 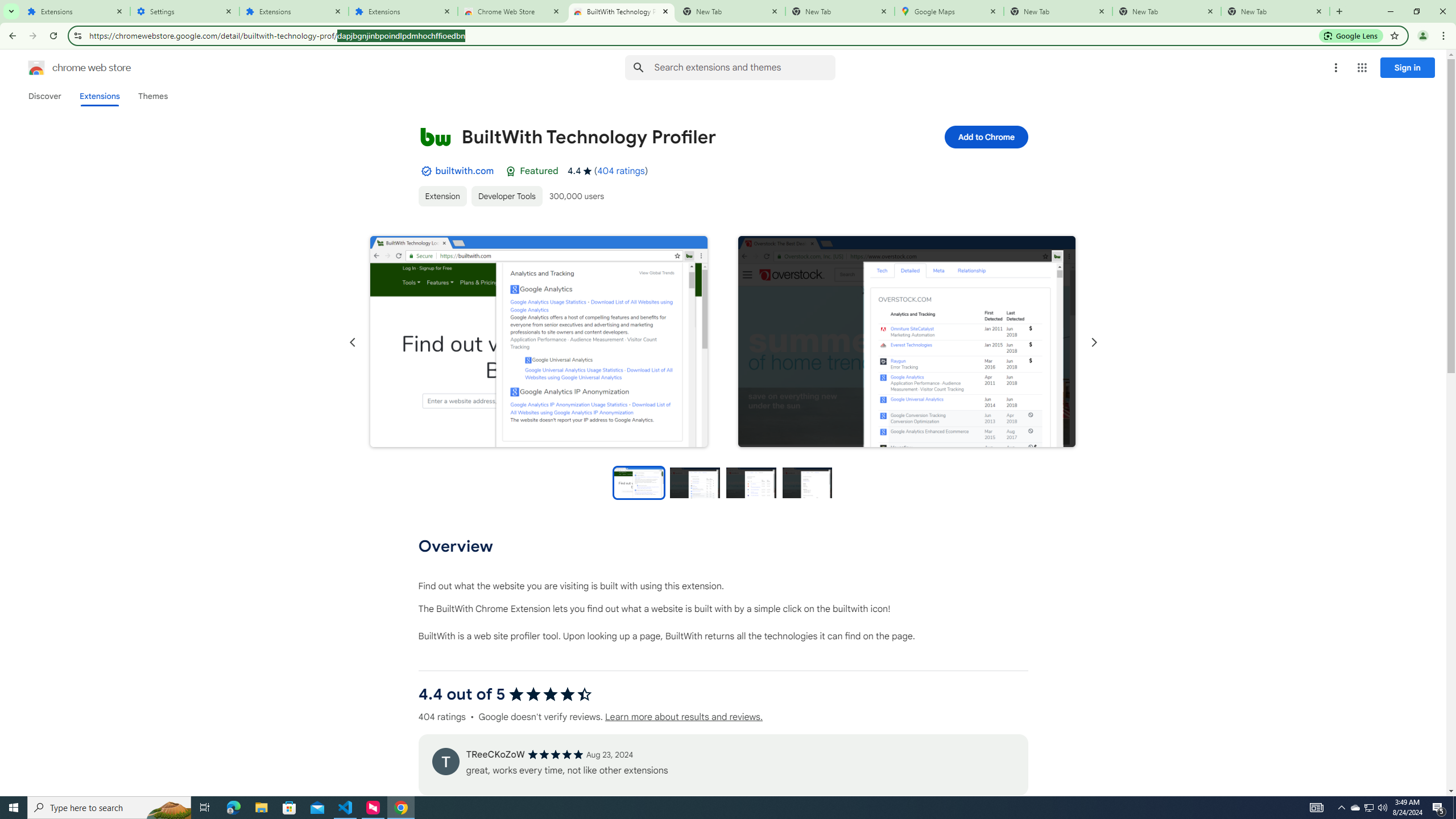 I want to click on 'builtwith.com', so click(x=464, y=170).